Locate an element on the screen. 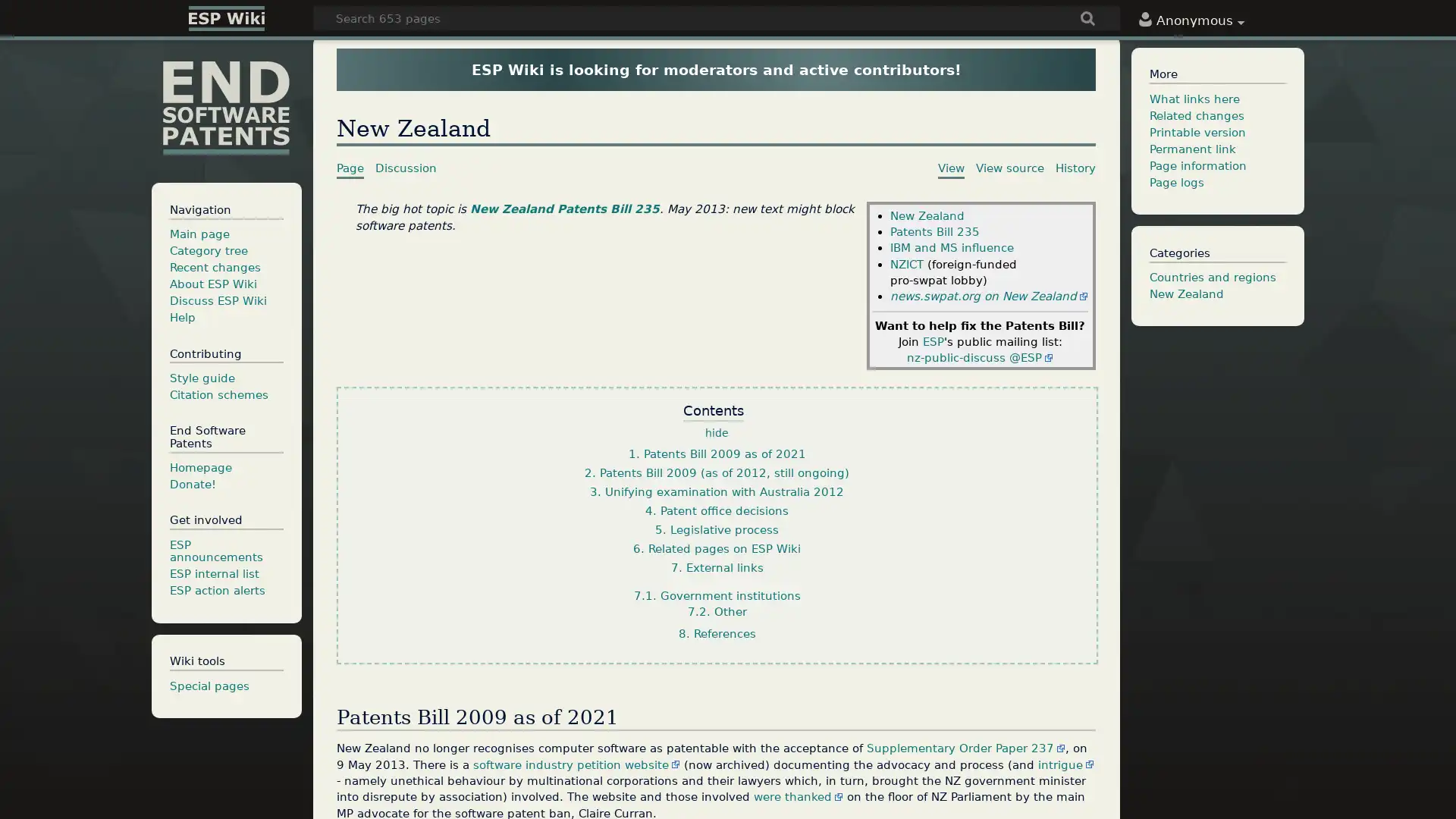 Image resolution: width=1456 pixels, height=819 pixels. Go is located at coordinates (1087, 20).